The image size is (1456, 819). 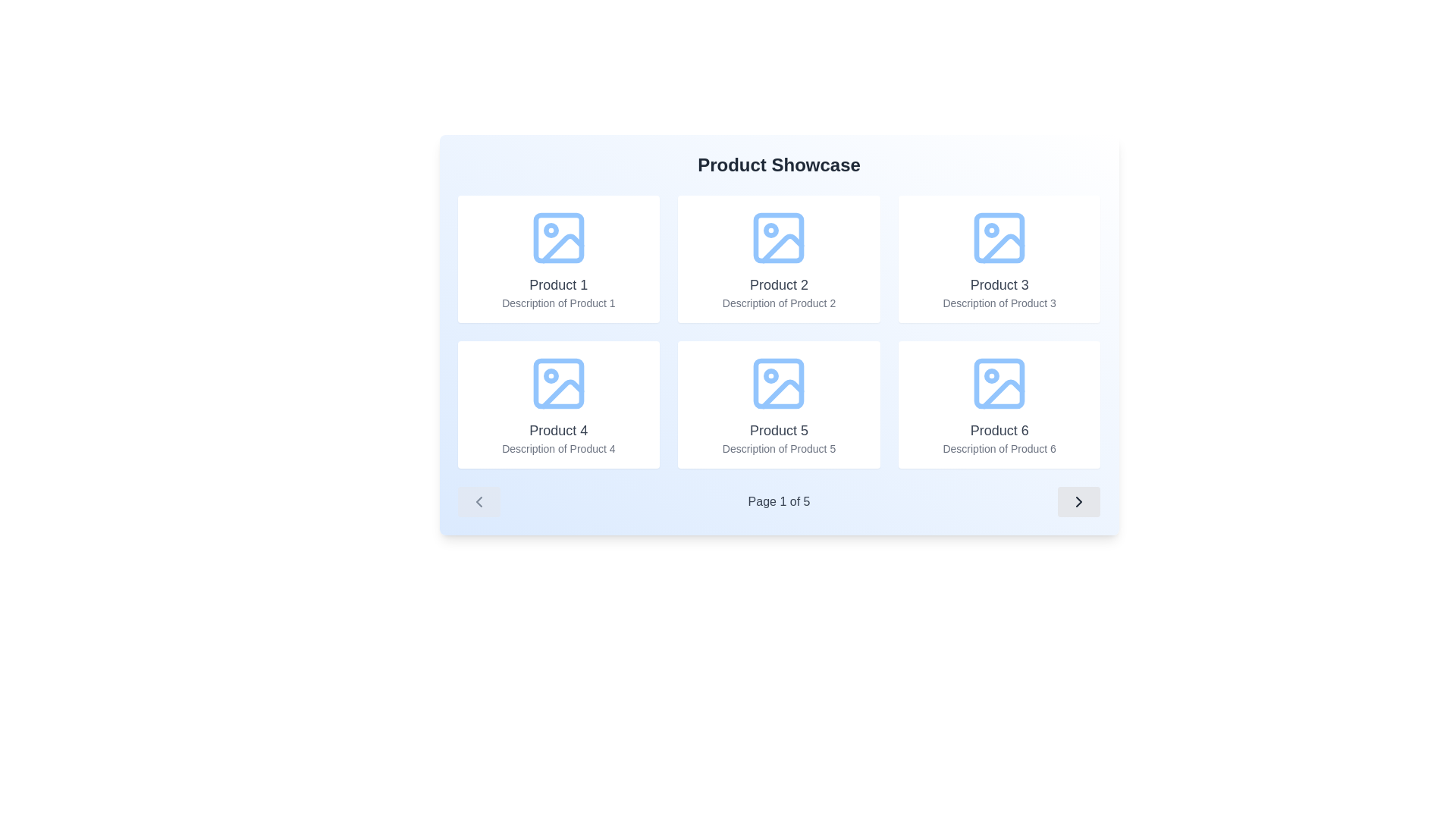 I want to click on the navigation icon located at the bottom-right corner of the main display area, so click(x=1078, y=502).